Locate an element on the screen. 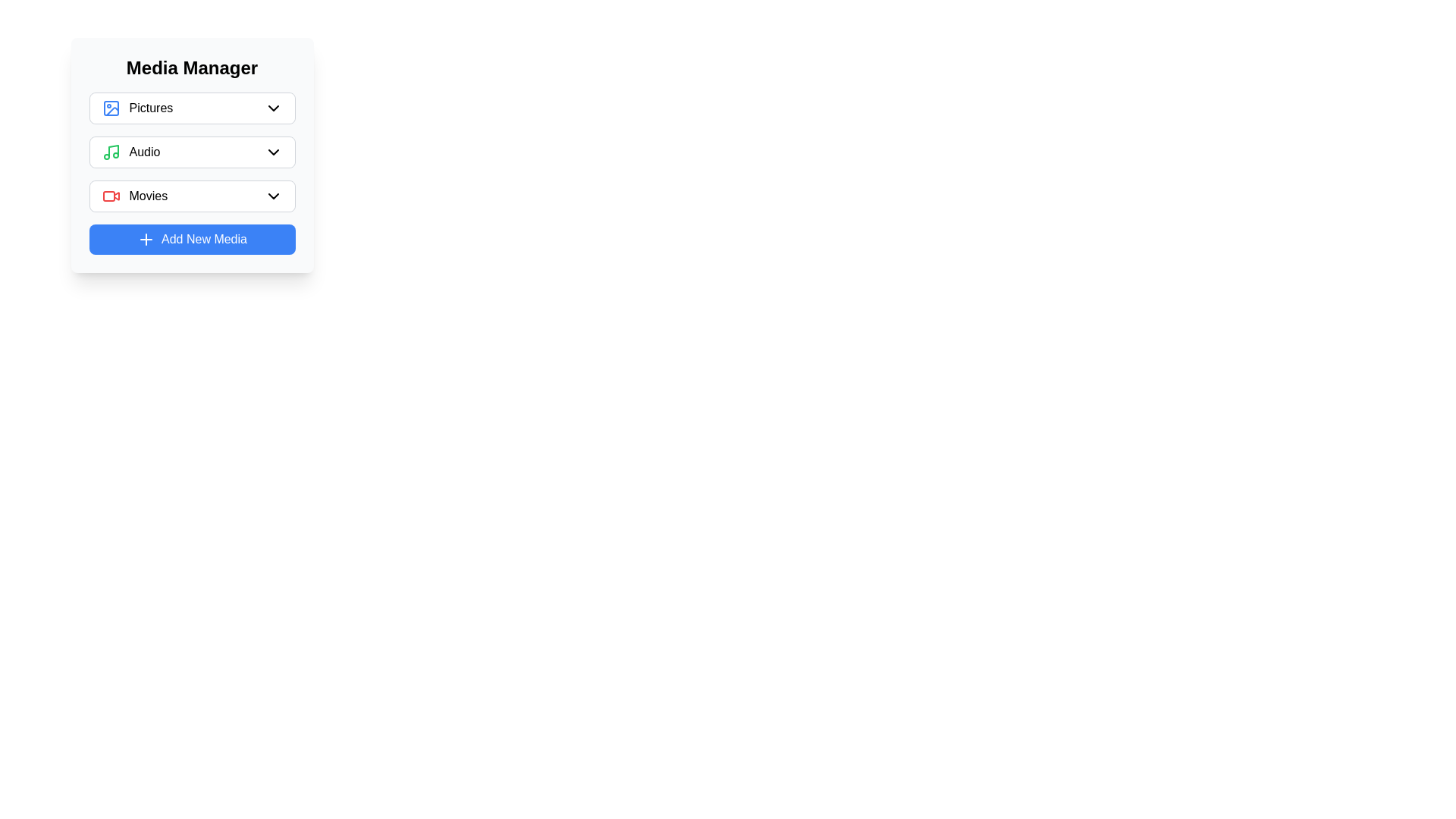  the 'Audio' category icon in the media manager, located in the second row of the media type selection menu, to the left of the 'Audio' text label is located at coordinates (110, 152).